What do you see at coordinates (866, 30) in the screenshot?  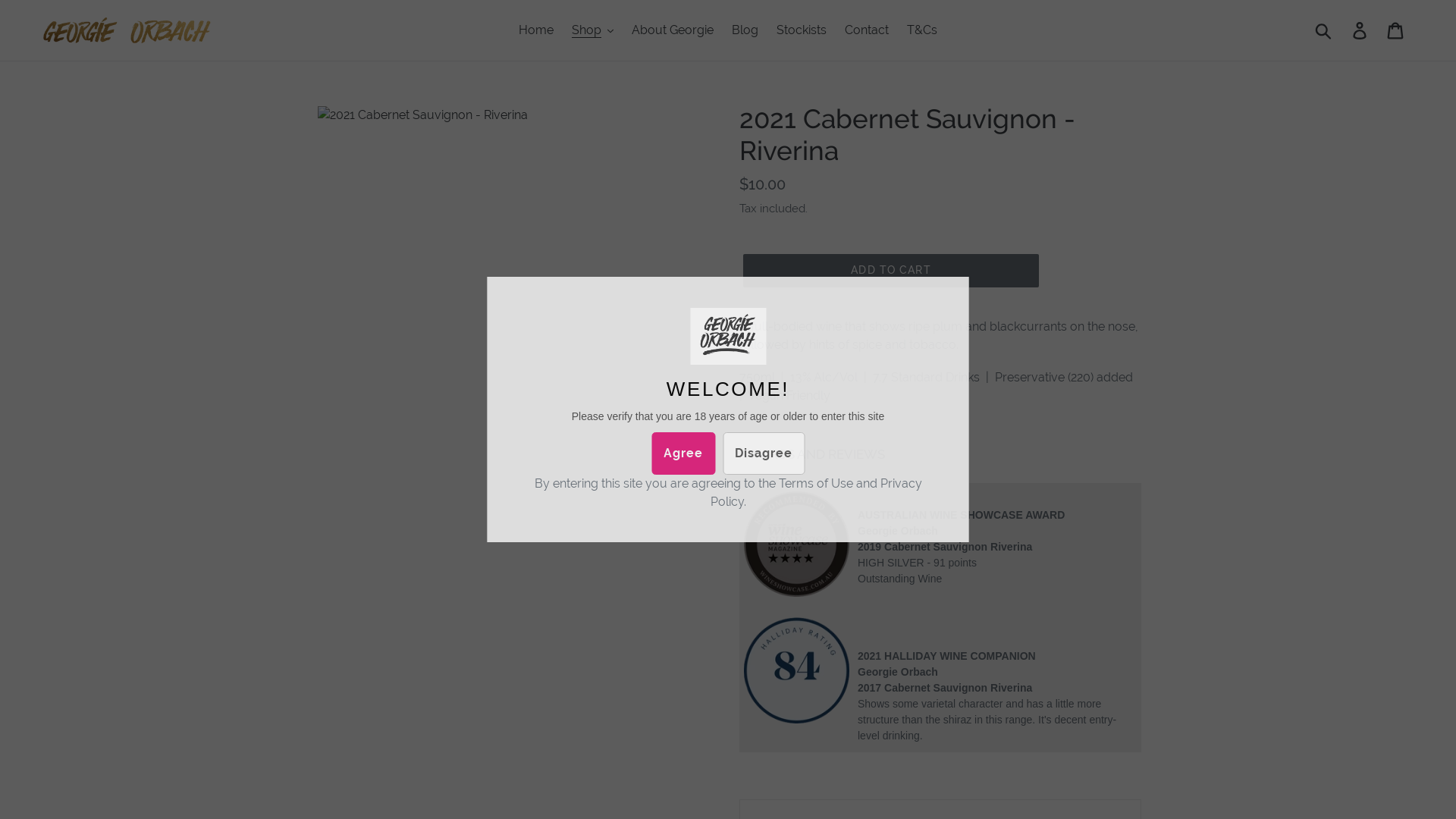 I see `'Contact'` at bounding box center [866, 30].